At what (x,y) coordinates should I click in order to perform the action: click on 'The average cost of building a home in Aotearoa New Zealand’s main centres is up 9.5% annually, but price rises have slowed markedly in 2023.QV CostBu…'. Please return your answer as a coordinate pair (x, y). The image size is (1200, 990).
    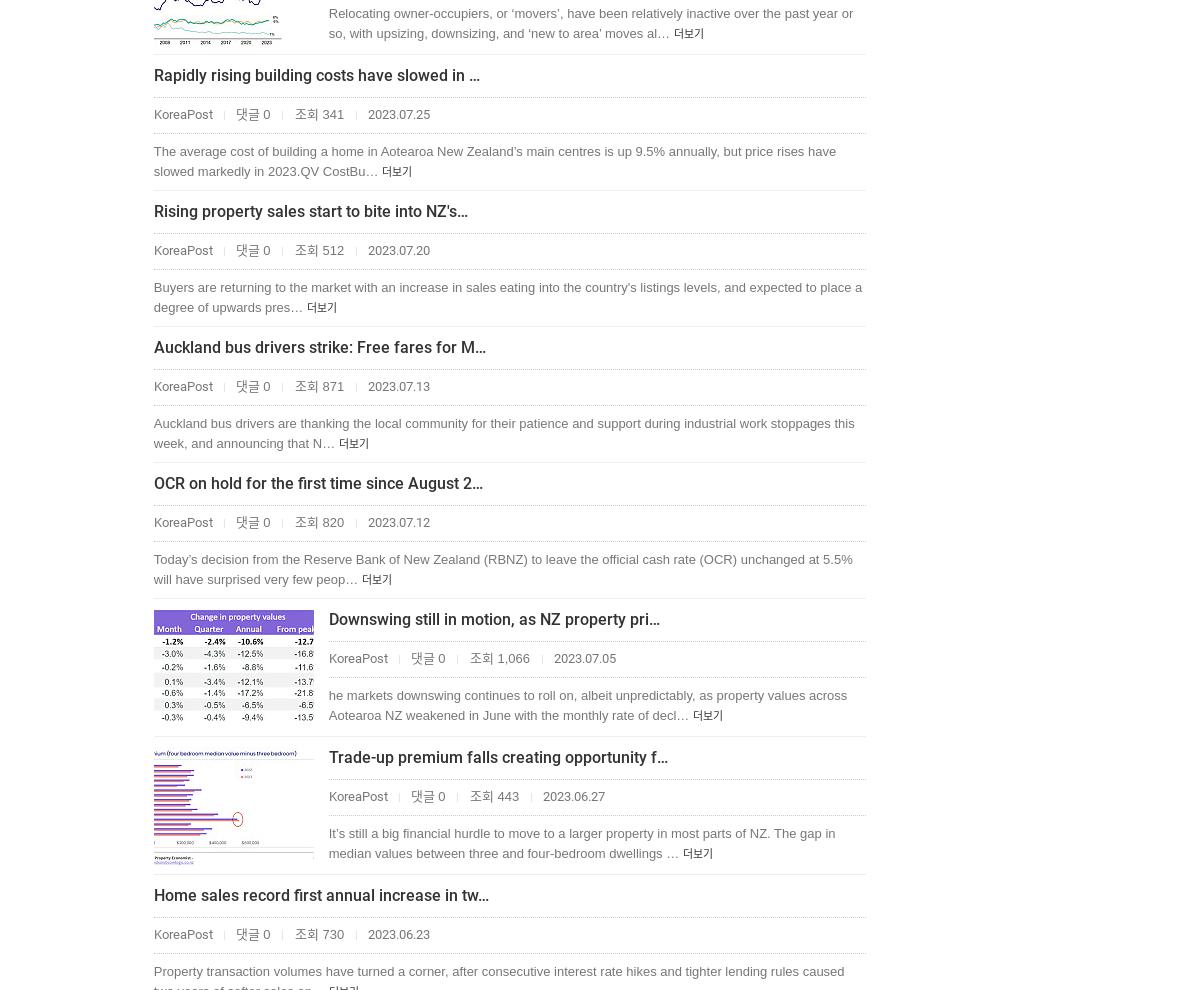
    Looking at the image, I should click on (493, 161).